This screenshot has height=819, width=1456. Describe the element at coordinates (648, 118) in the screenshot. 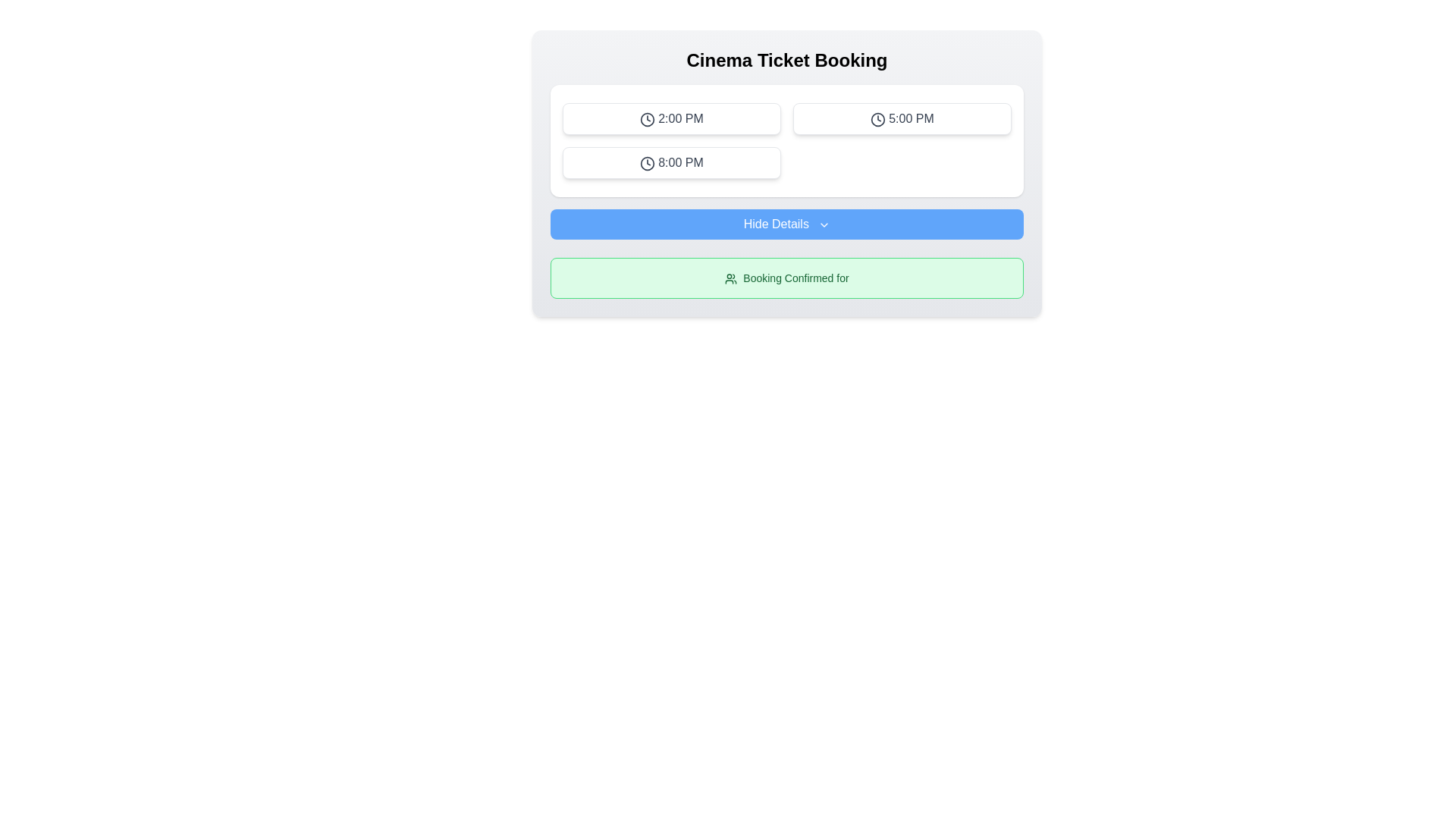

I see `the decorative circle within the clock graphic that visually represents time, located next to the '2:00 PM' label in the upper-left section of the interface` at that location.